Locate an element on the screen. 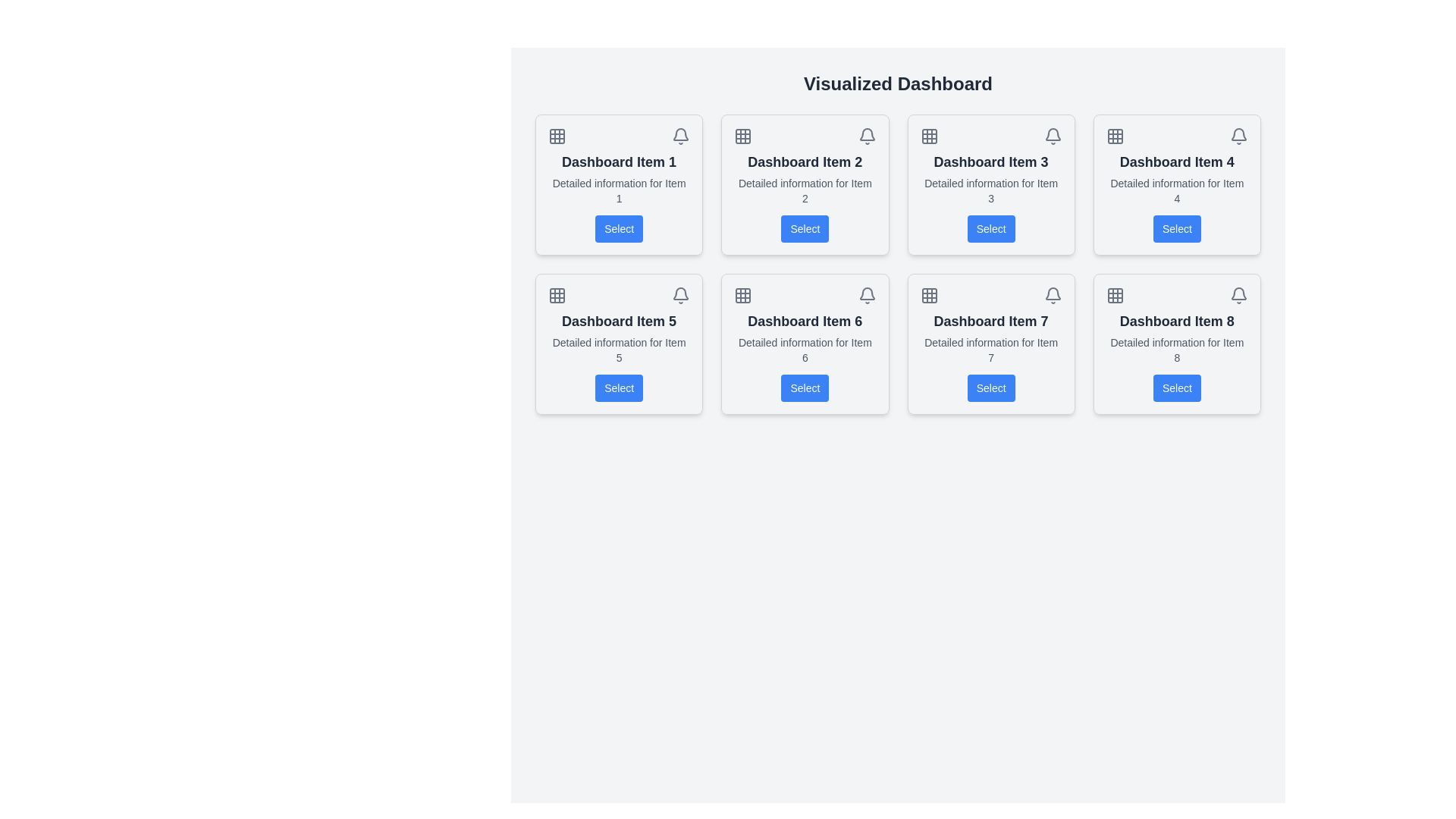 Image resolution: width=1456 pixels, height=819 pixels. the button associated with 'Dashboard Item 4' to observe the hover effect is located at coordinates (1176, 228).